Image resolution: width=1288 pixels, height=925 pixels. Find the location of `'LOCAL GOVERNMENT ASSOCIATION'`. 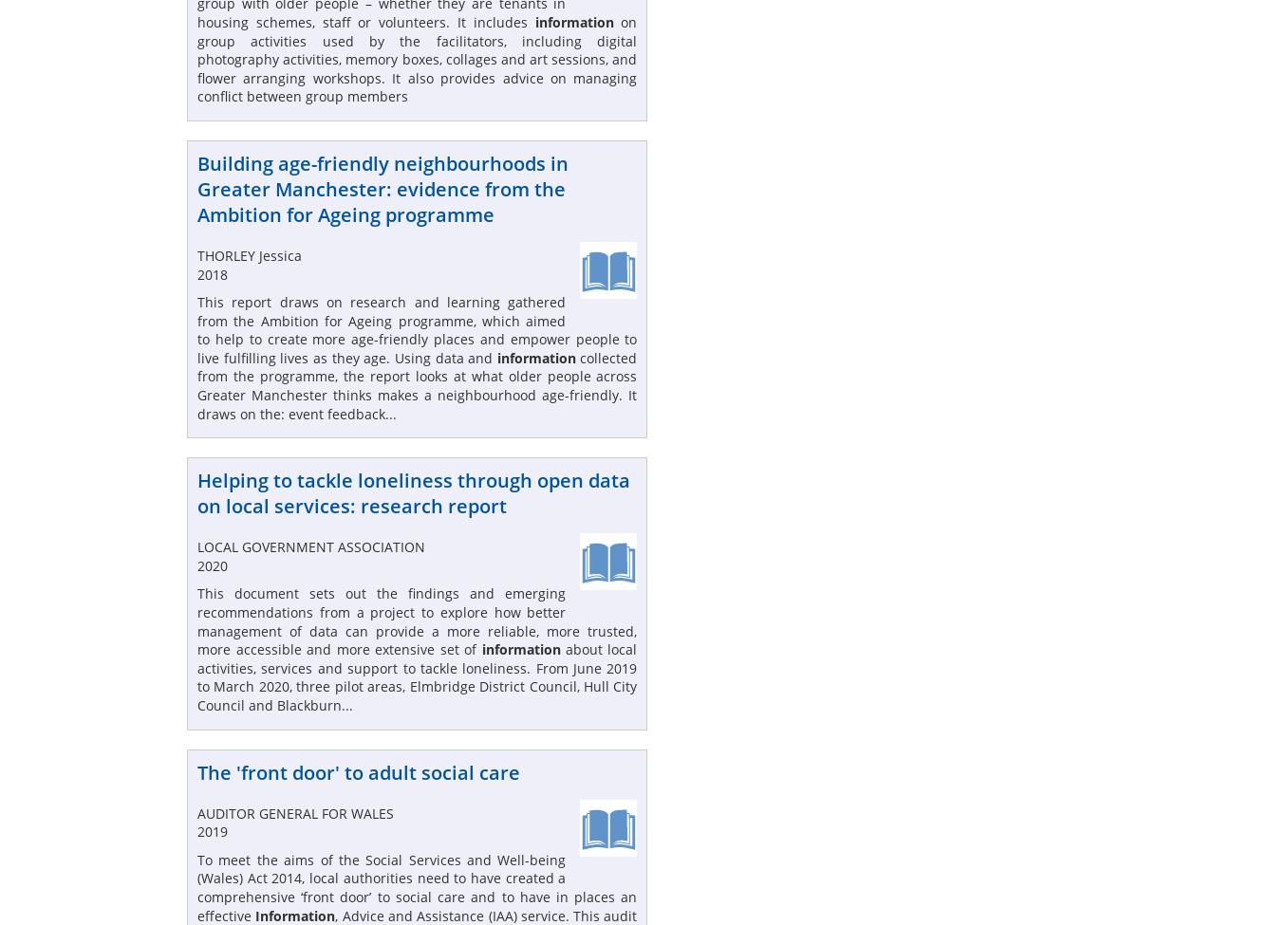

'LOCAL GOVERNMENT ASSOCIATION' is located at coordinates (197, 546).